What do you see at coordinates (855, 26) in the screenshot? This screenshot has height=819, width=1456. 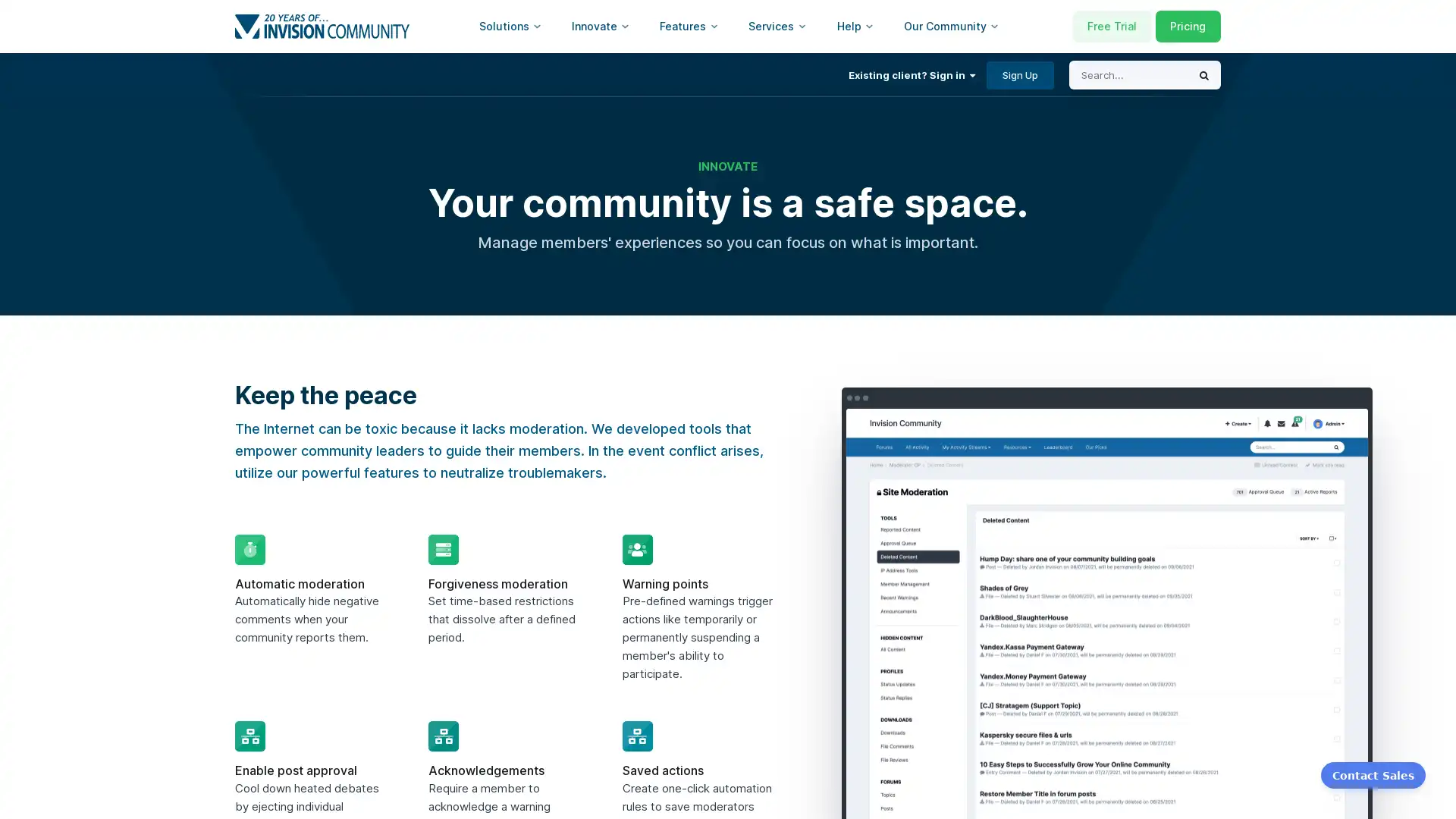 I see `Help` at bounding box center [855, 26].